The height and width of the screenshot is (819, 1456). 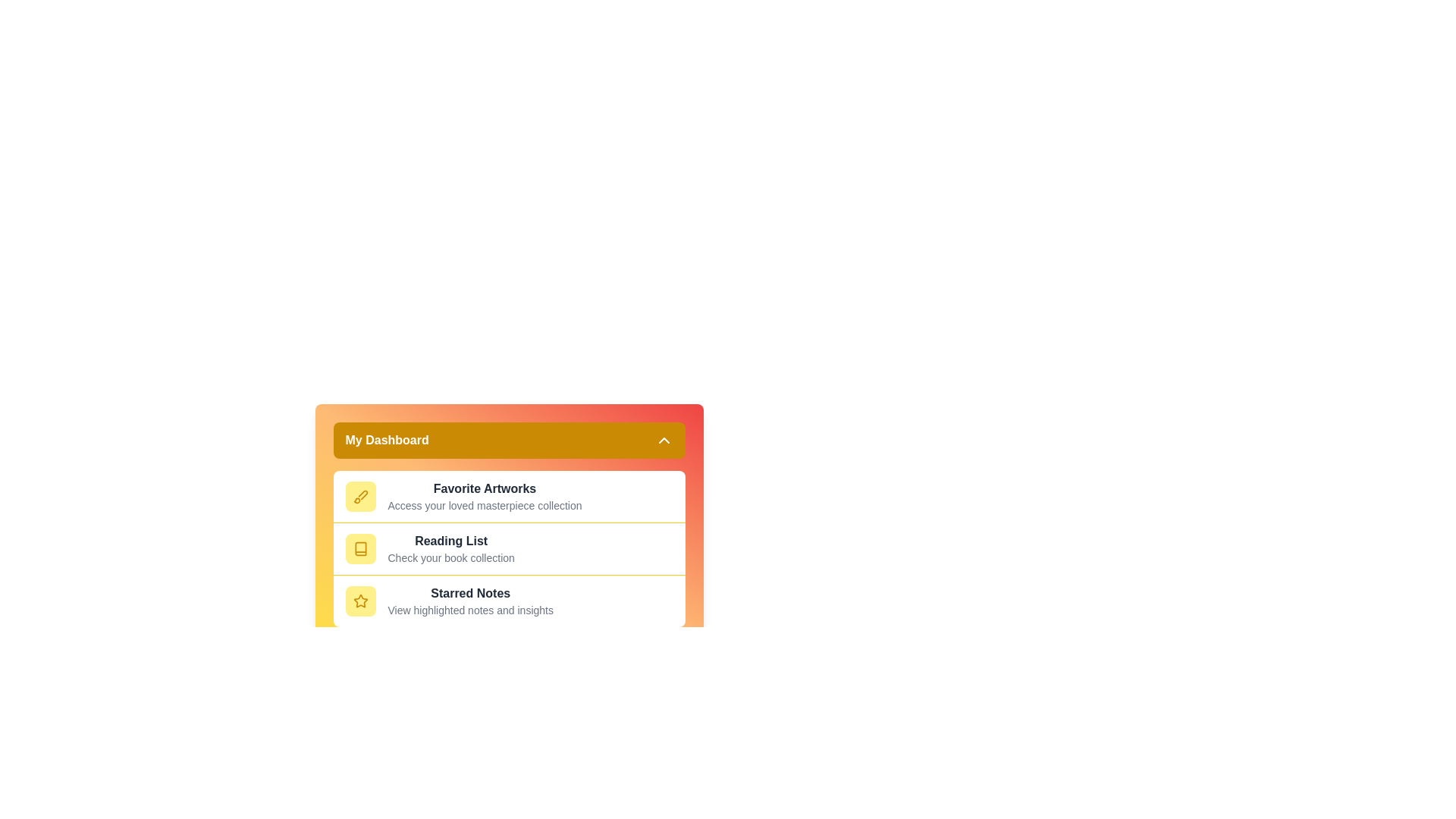 I want to click on the Menu panel located below the 'My Dashboard' header, which features three distinct list items with icons and text descriptions, so click(x=509, y=549).